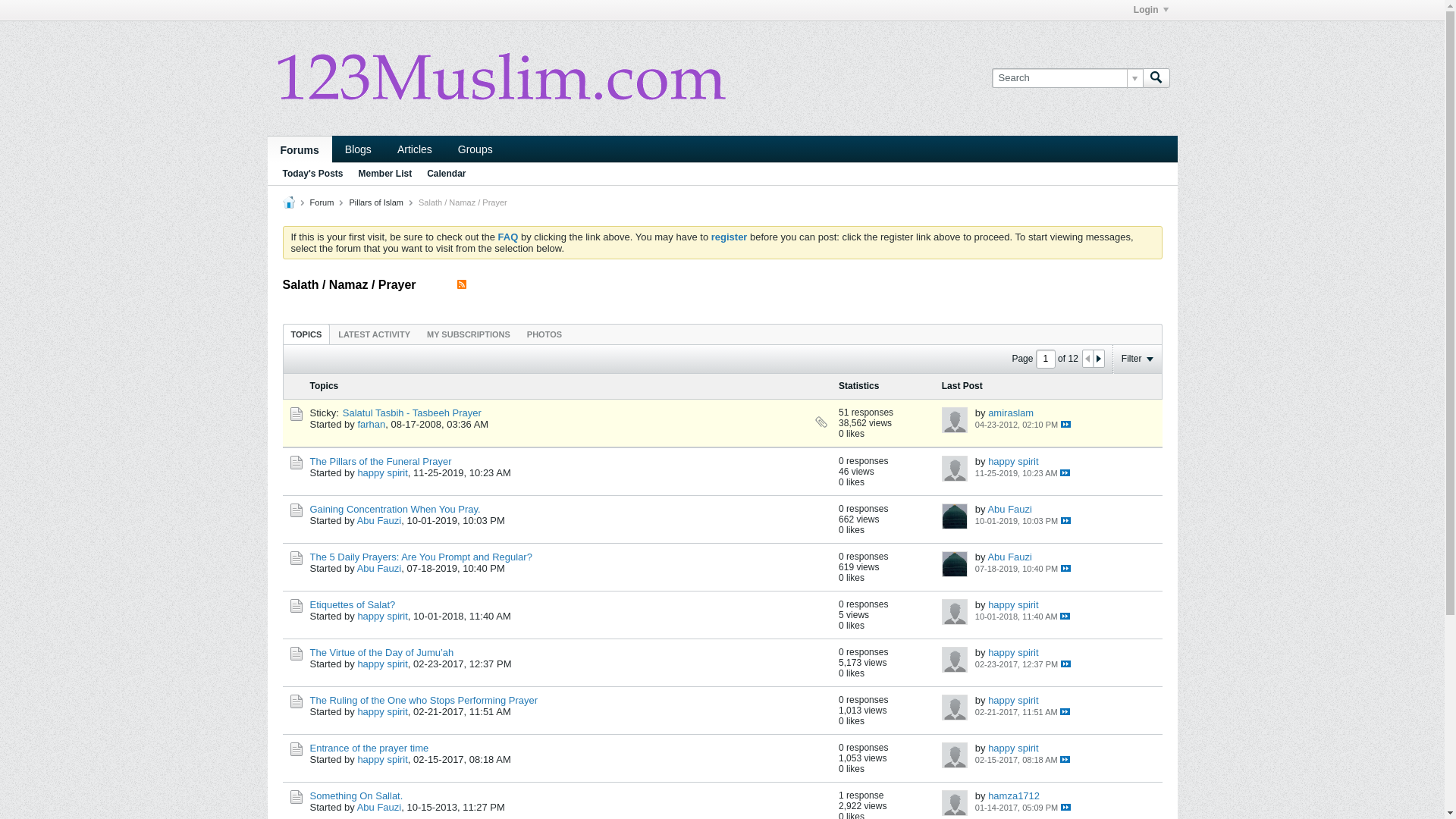  Describe the element at coordinates (415, 149) in the screenshot. I see `'Articles'` at that location.